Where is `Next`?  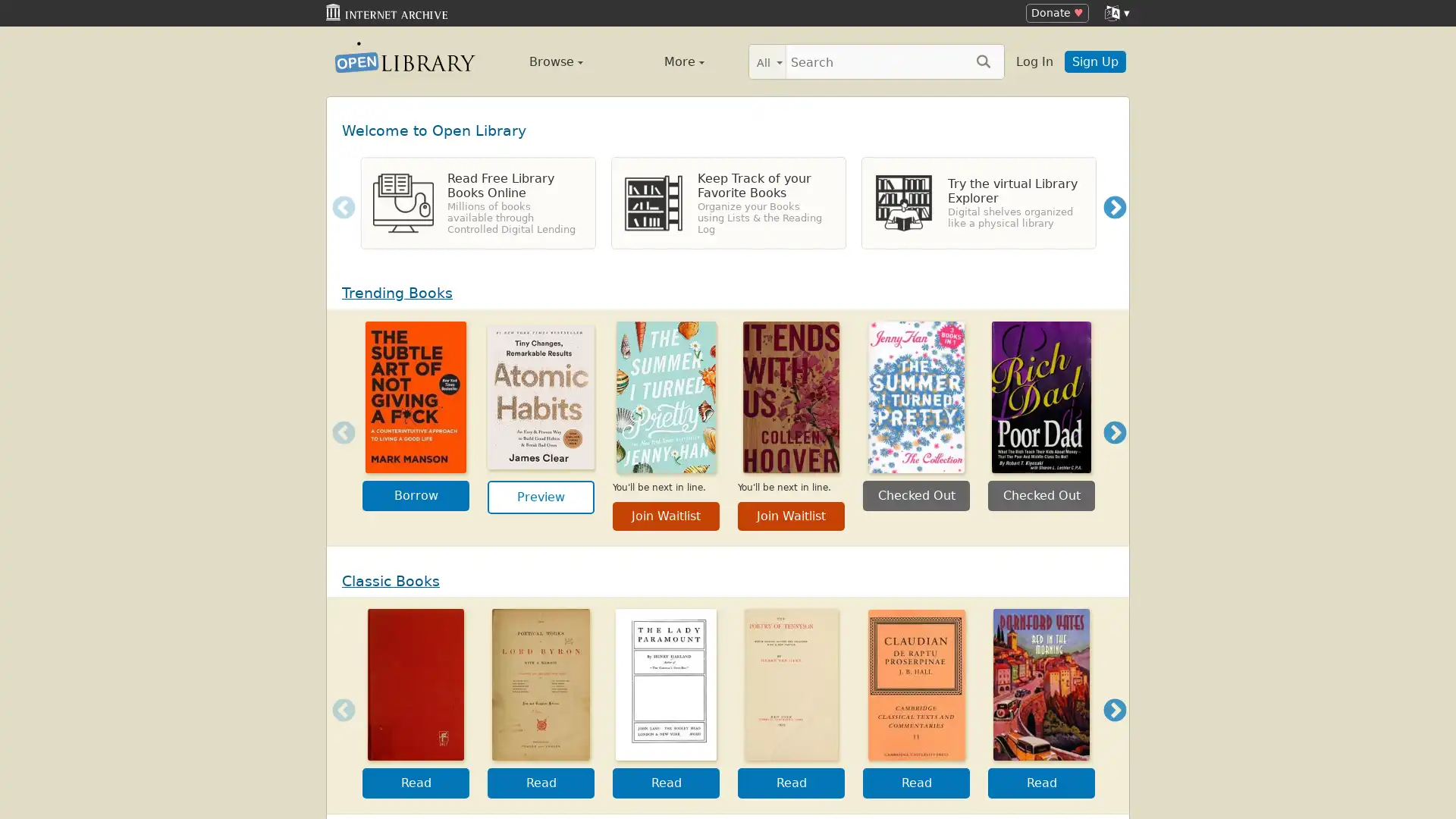 Next is located at coordinates (1115, 433).